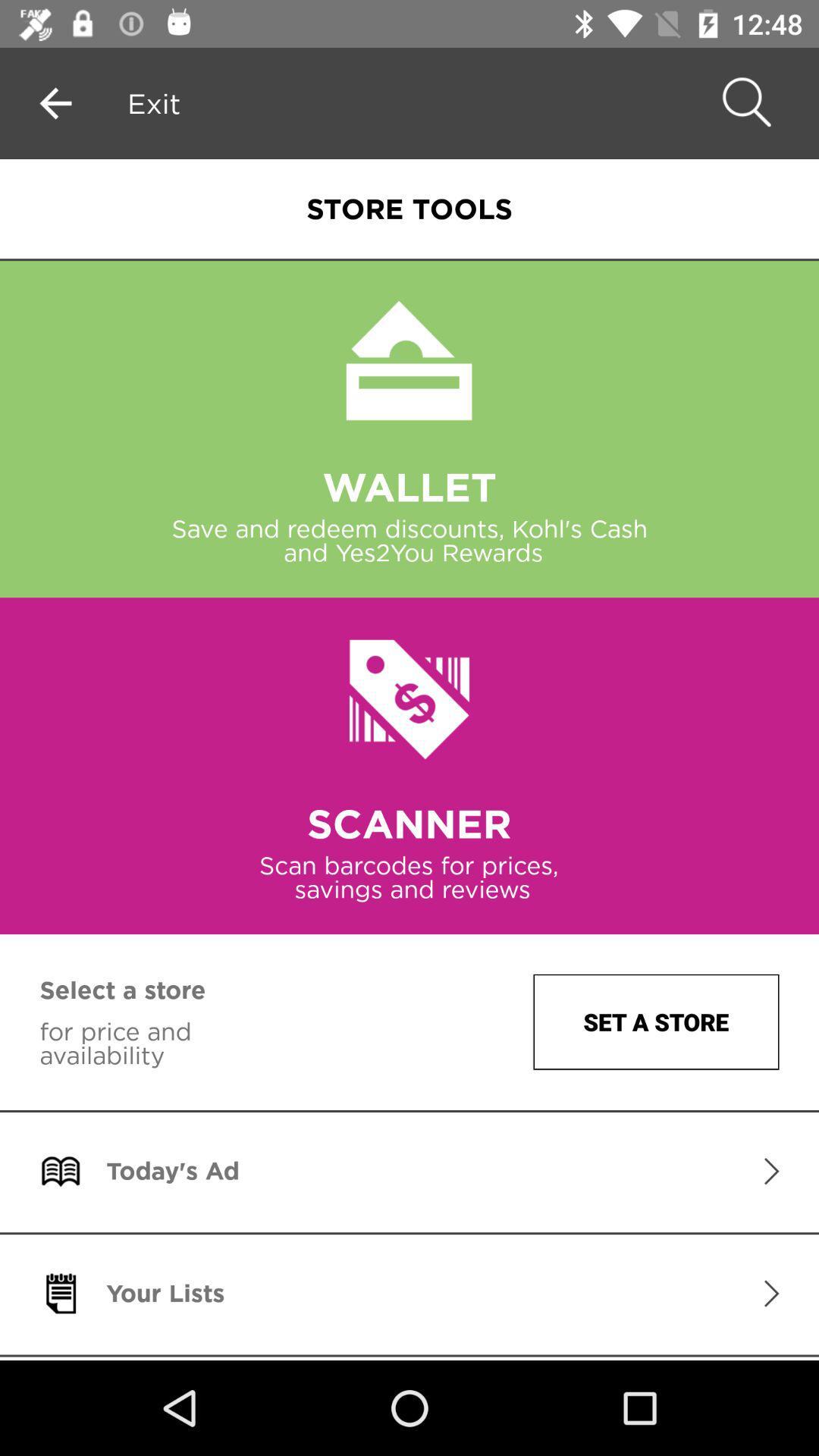 The width and height of the screenshot is (819, 1456). Describe the element at coordinates (154, 102) in the screenshot. I see `icon to the left of store tools icon` at that location.